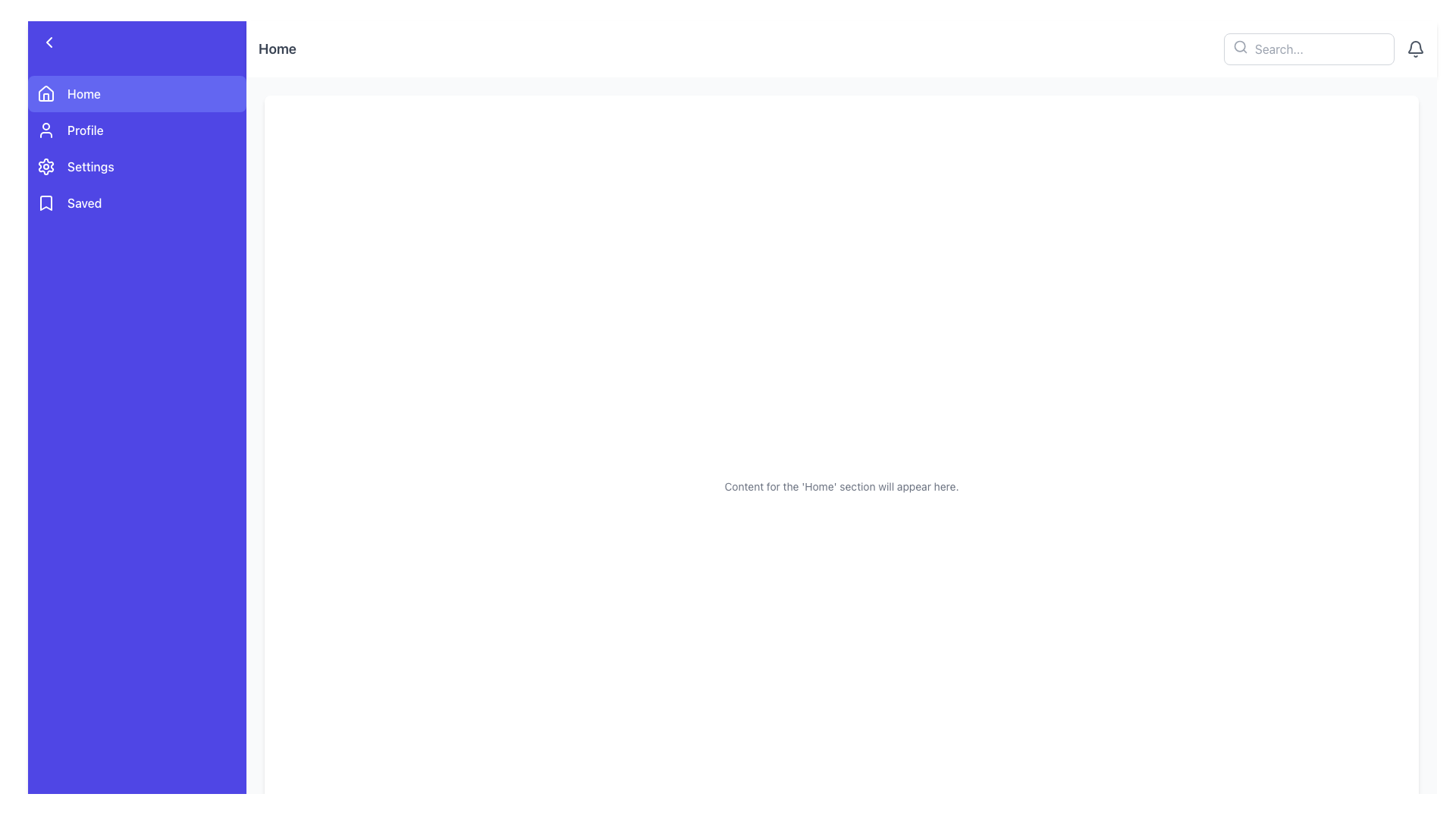 This screenshot has width=1456, height=819. I want to click on the 'Settings' text label in the navigation menu, so click(89, 166).